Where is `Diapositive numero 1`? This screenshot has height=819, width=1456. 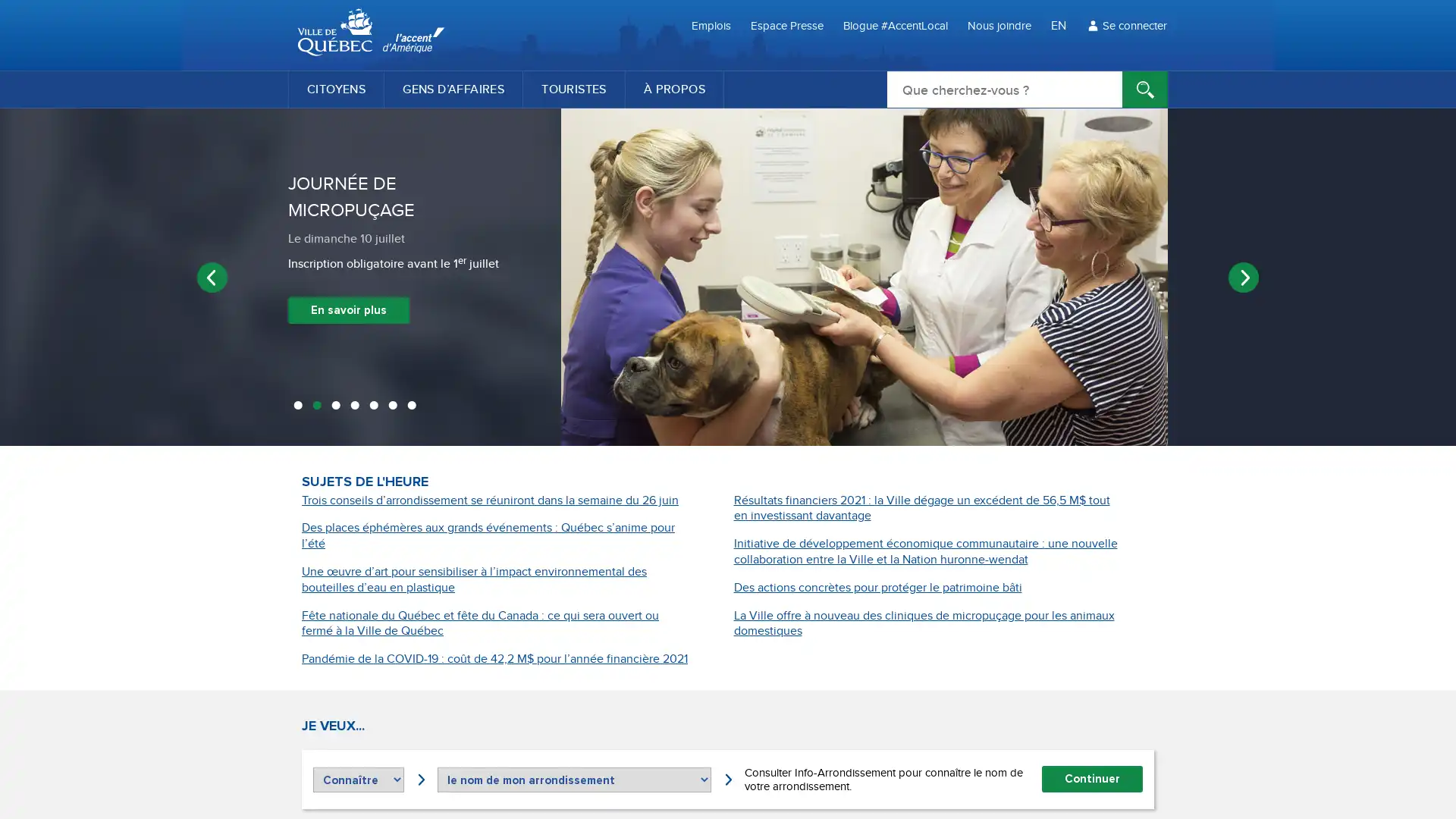 Diapositive numero 1 is located at coordinates (297, 406).